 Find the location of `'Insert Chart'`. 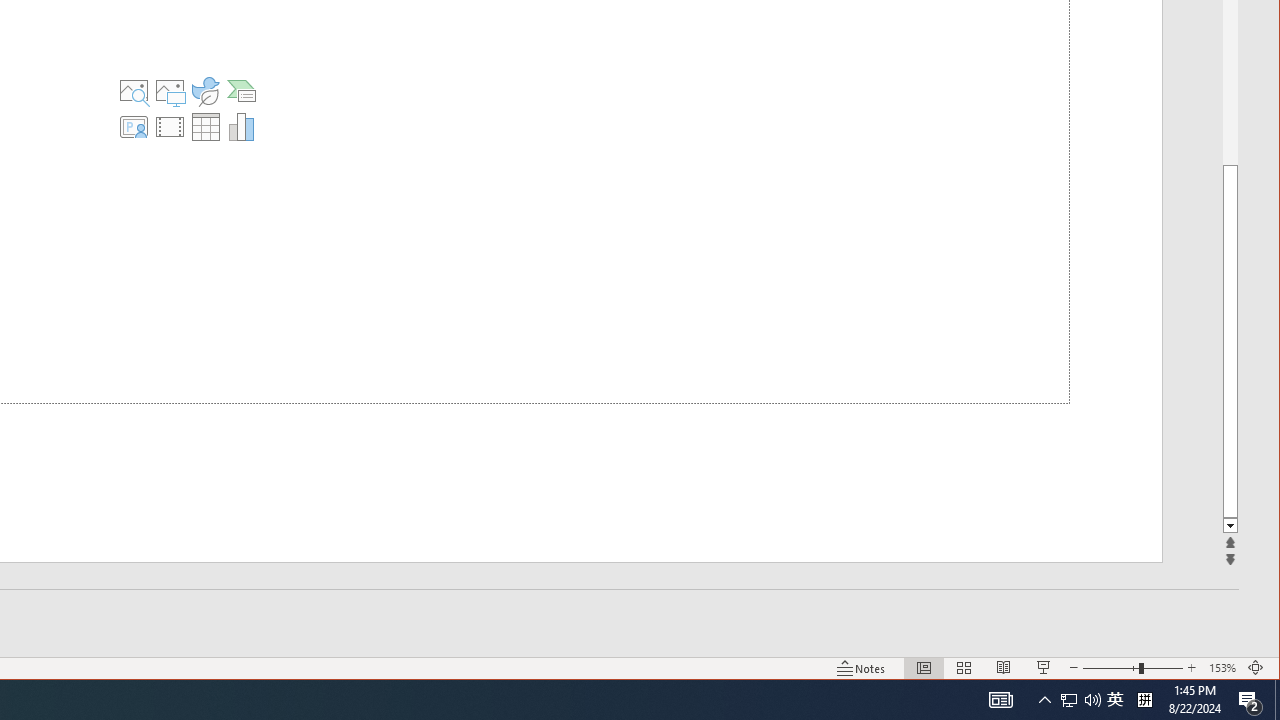

'Insert Chart' is located at coordinates (241, 127).